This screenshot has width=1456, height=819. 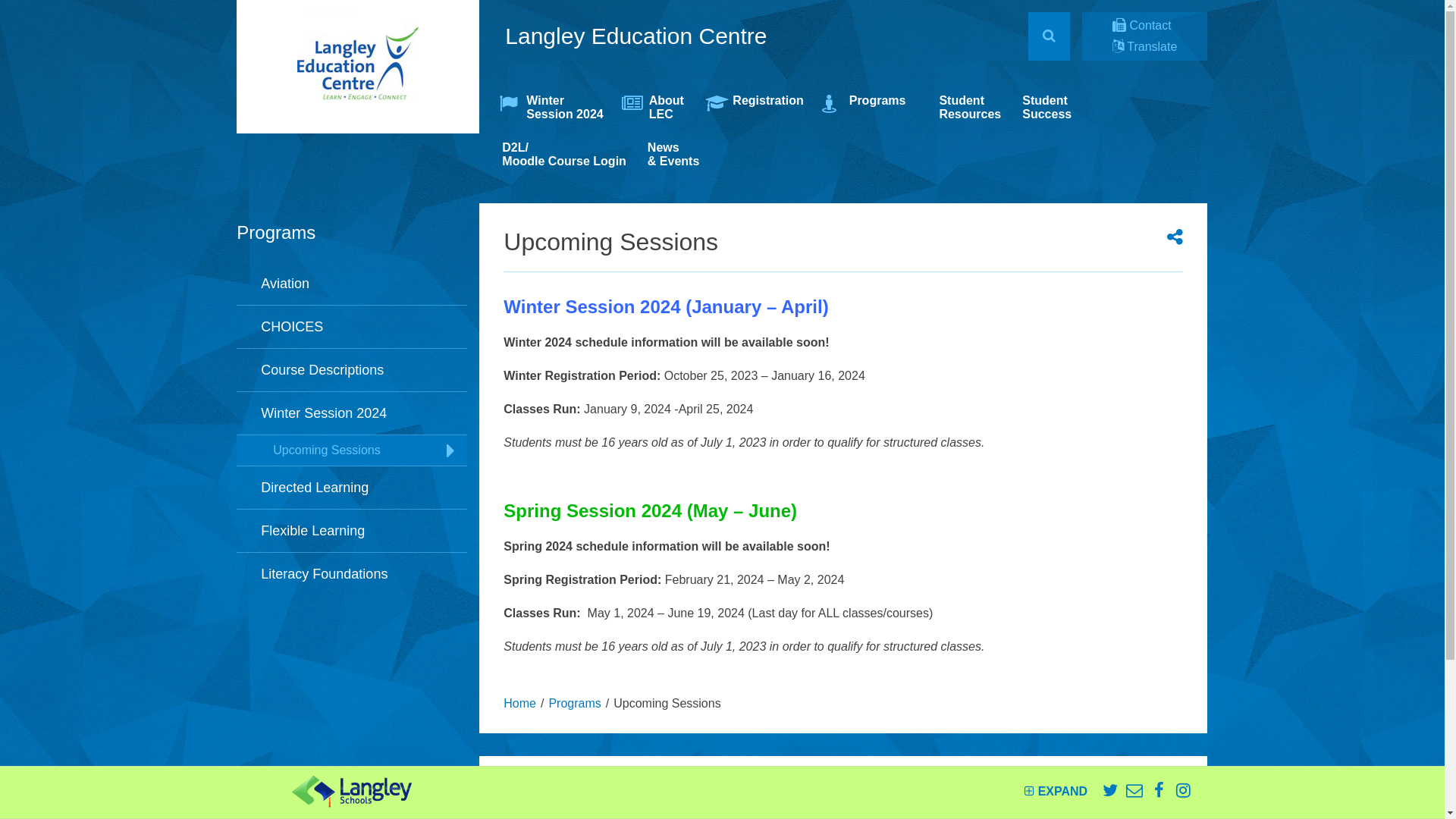 What do you see at coordinates (927, 107) in the screenshot?
I see `'Student` at bounding box center [927, 107].